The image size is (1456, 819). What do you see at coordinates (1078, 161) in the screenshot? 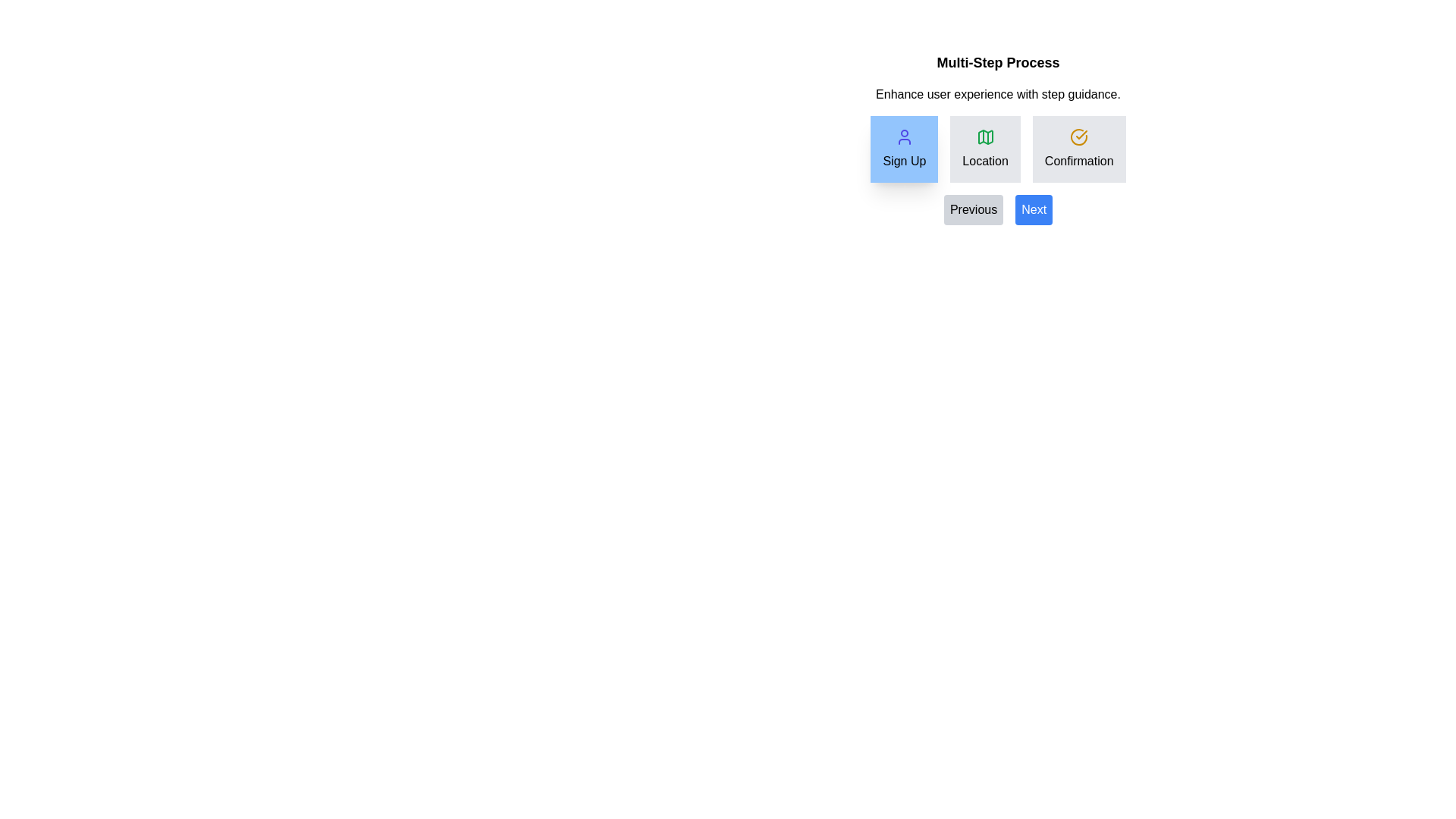
I see `the 'Confirmation' step text label located at the bottom center of the top-right corner of the UI, which indicates the current or next step in the multi-step process` at bounding box center [1078, 161].